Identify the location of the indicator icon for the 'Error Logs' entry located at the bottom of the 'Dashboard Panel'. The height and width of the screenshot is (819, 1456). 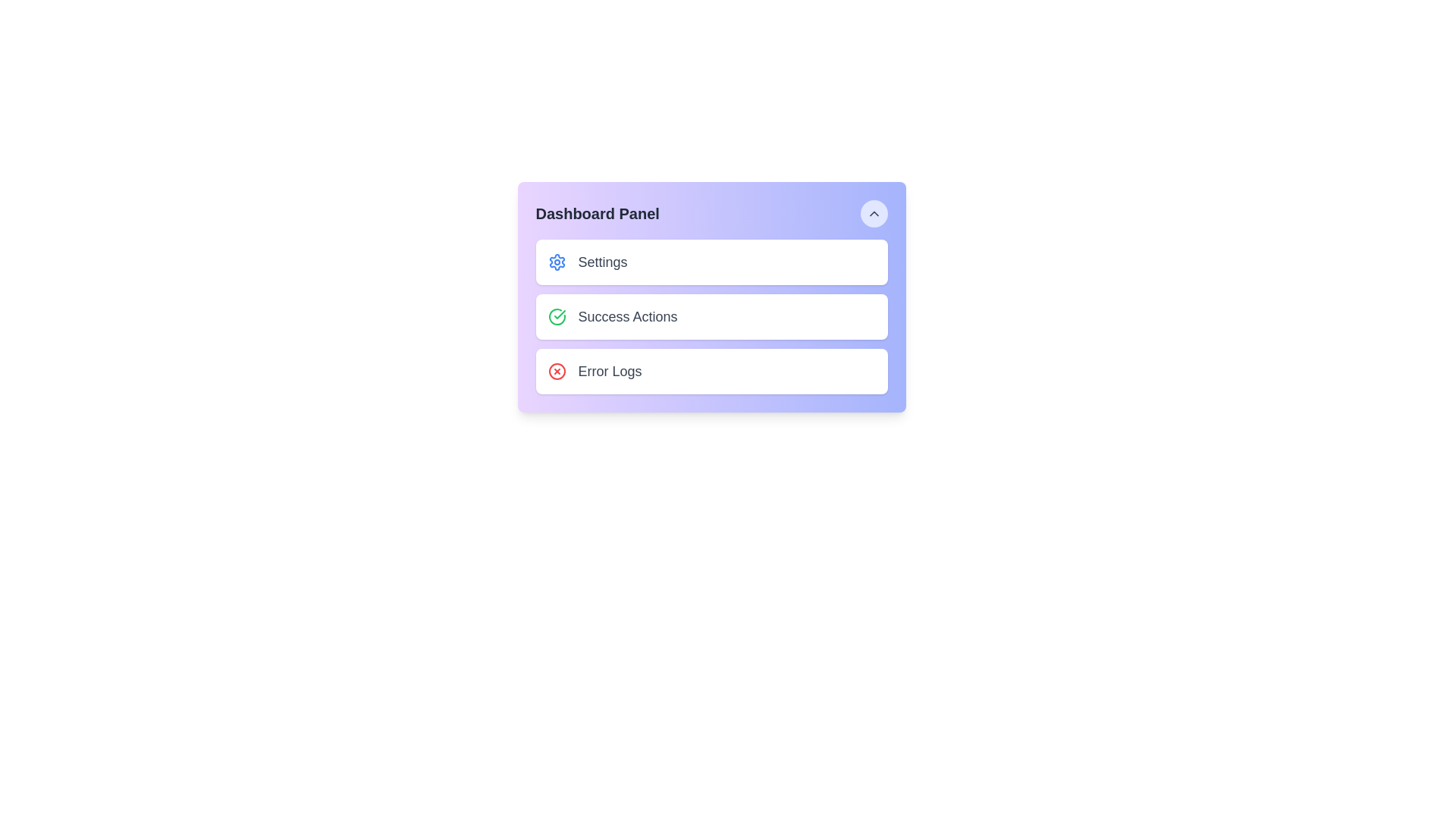
(556, 371).